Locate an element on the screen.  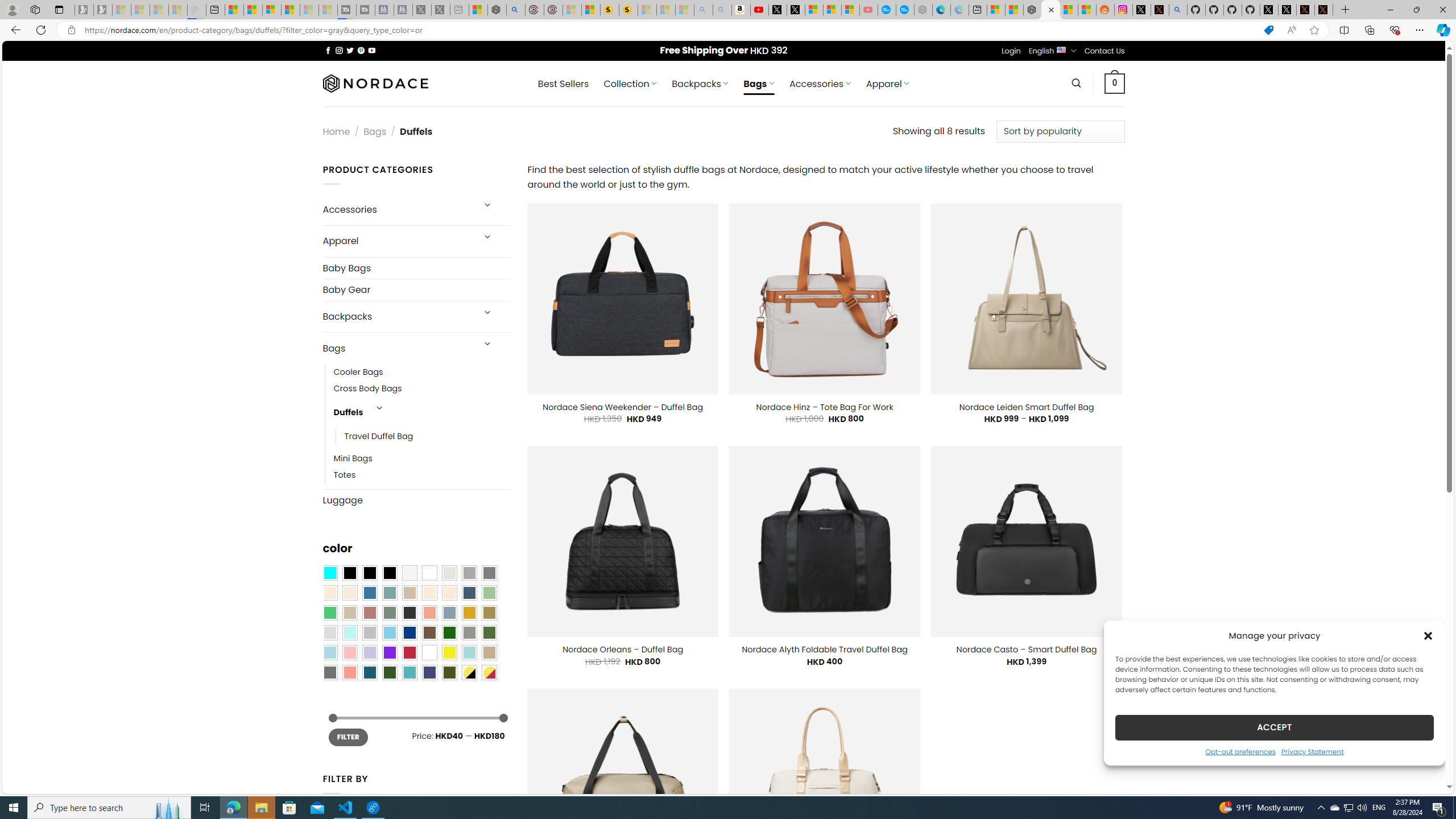
'The most popular Google ' is located at coordinates (904, 9).